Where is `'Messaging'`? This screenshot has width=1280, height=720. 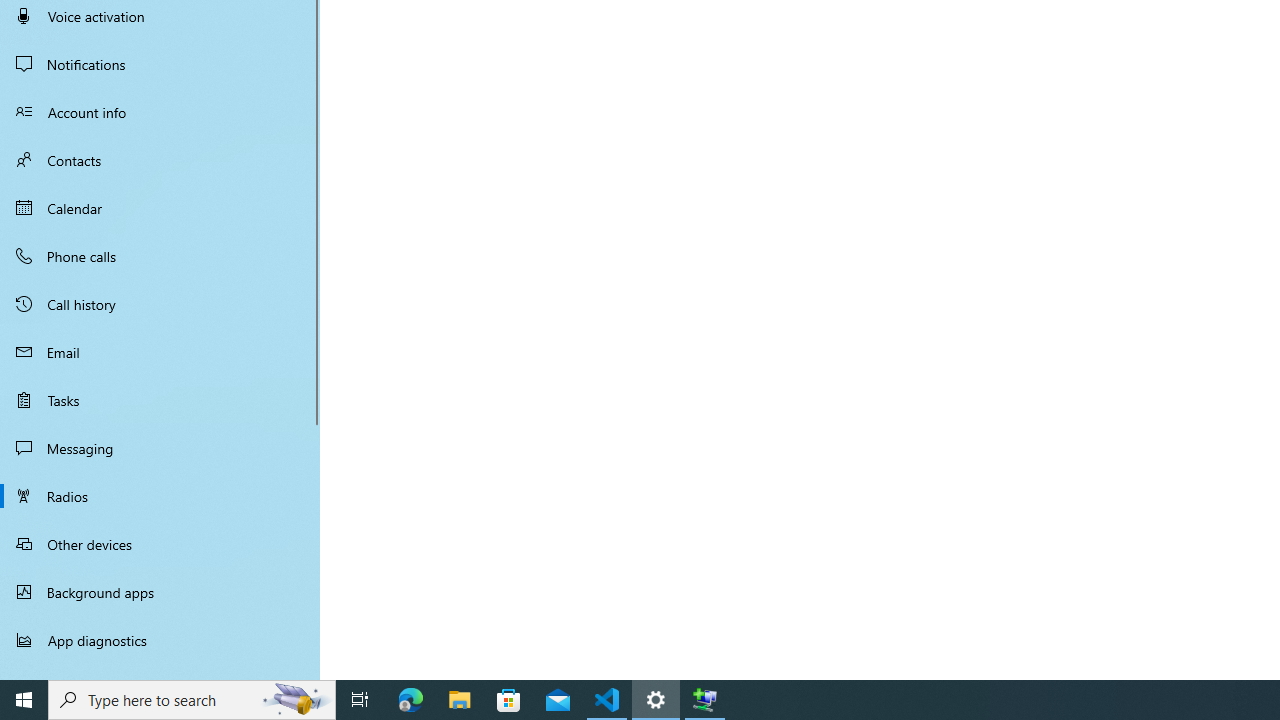 'Messaging' is located at coordinates (160, 447).